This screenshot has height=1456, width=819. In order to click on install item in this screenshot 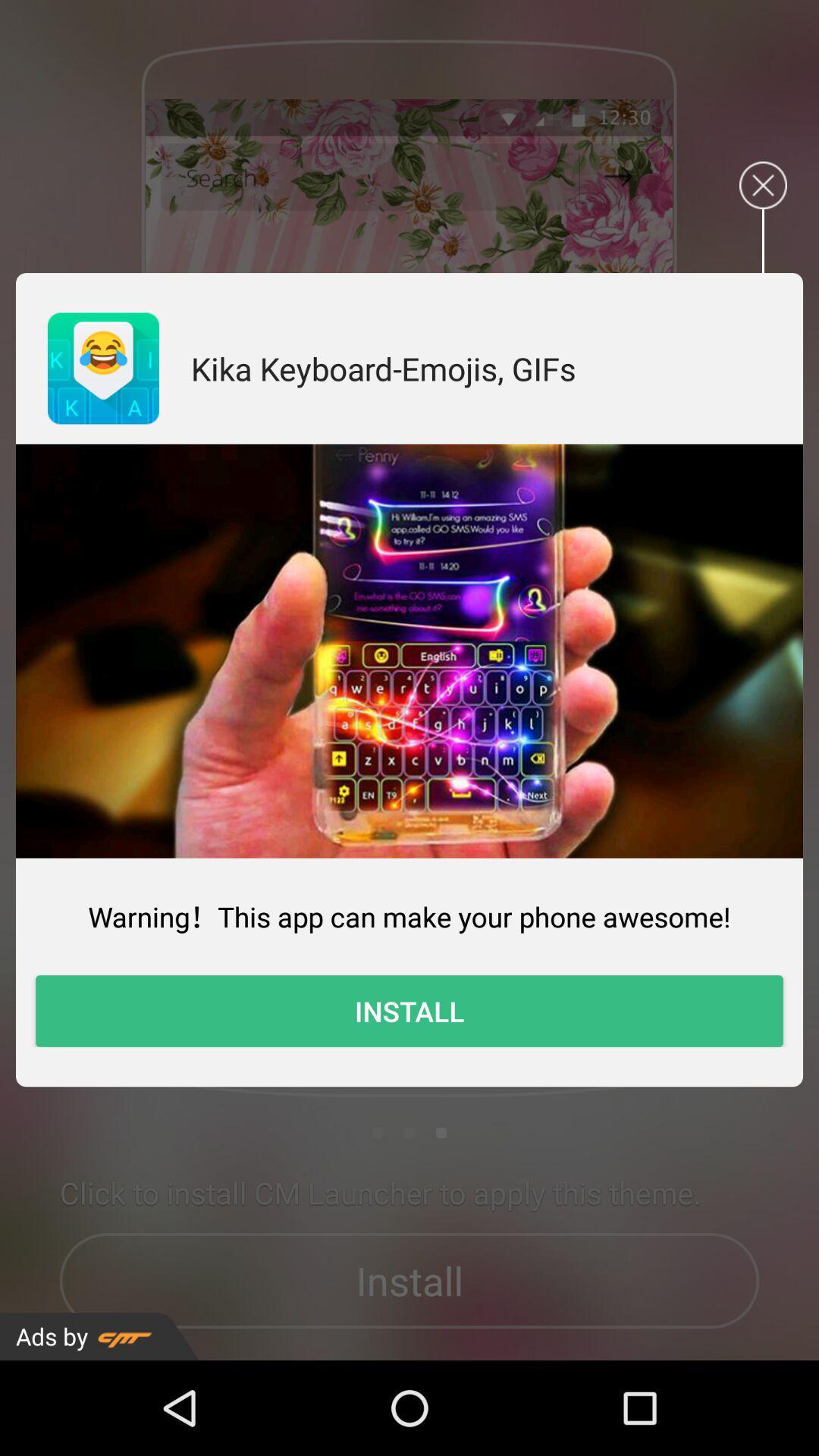, I will do `click(409, 1011)`.